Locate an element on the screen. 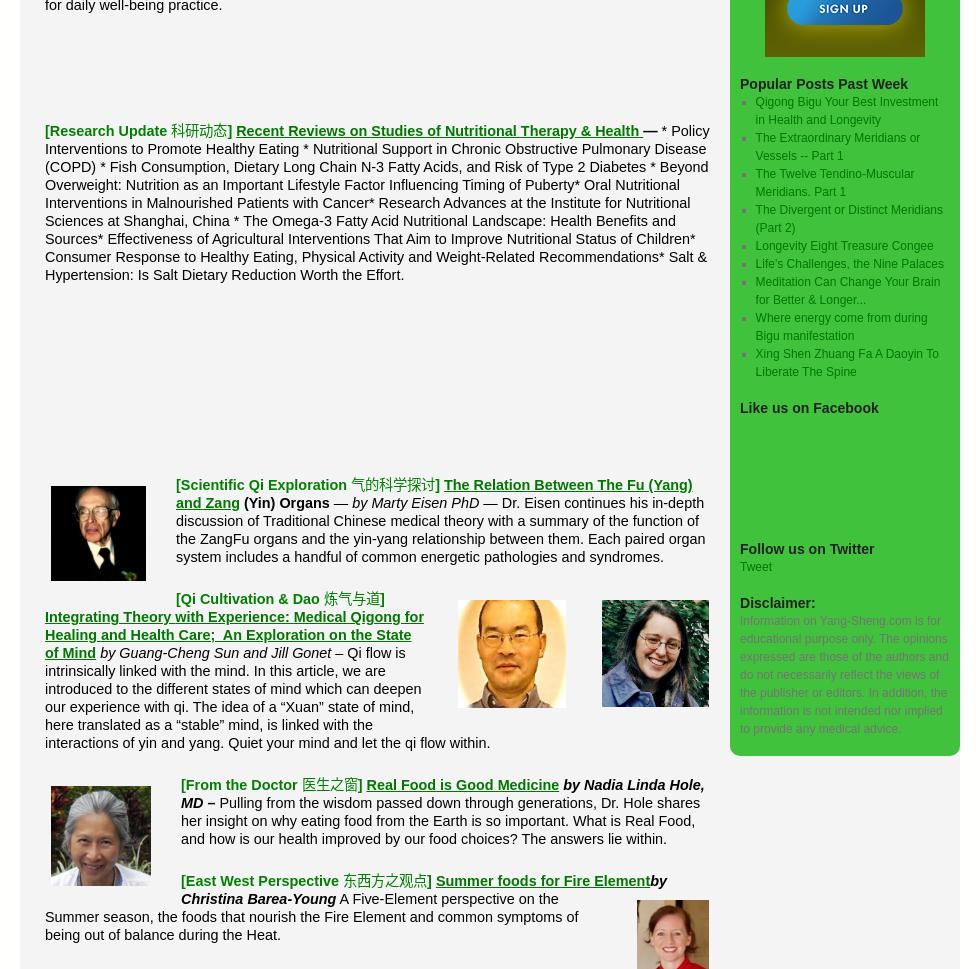 The height and width of the screenshot is (969, 980). 'Longevity Eight Treasure Congee' is located at coordinates (754, 243).